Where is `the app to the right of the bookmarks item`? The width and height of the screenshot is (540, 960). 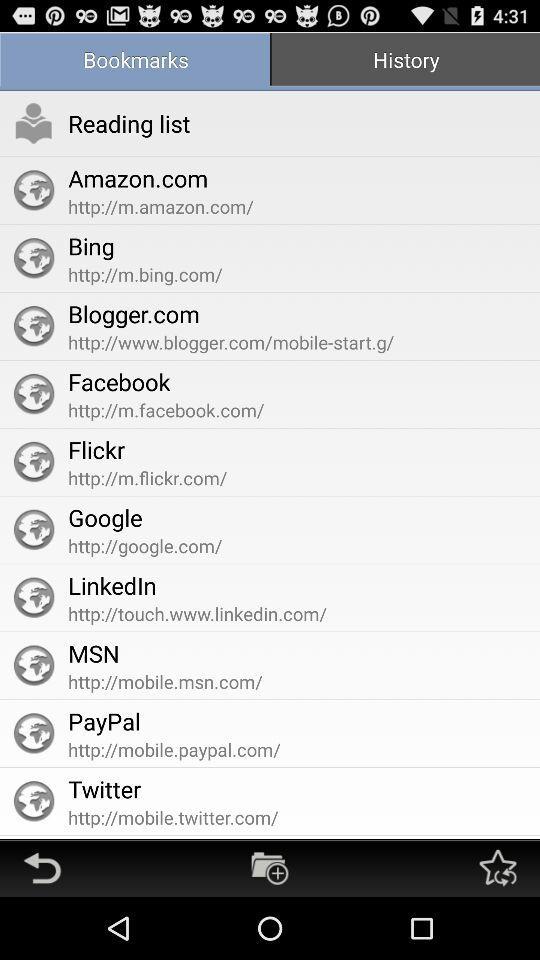 the app to the right of the bookmarks item is located at coordinates (405, 61).